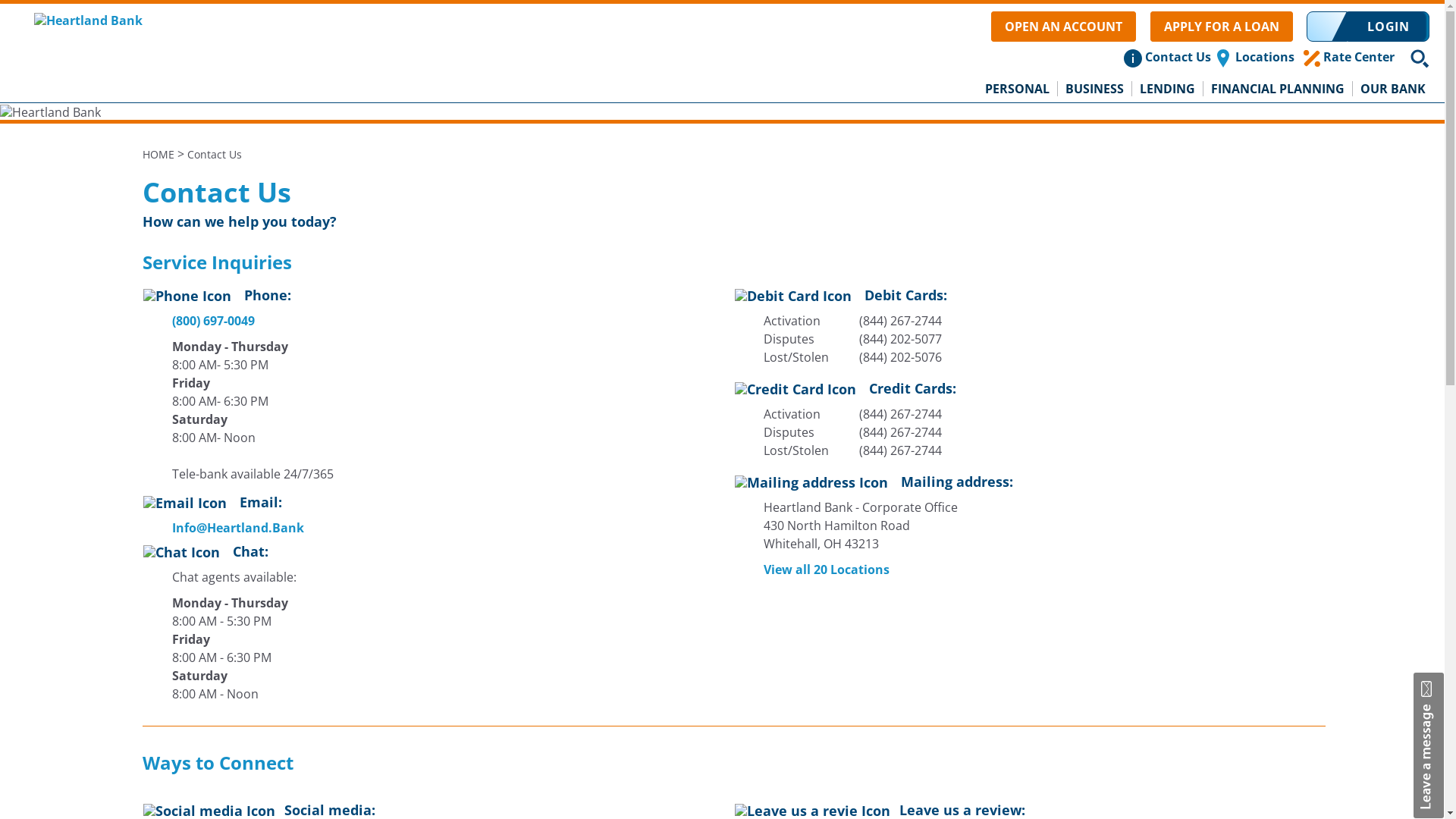 The width and height of the screenshot is (1456, 819). What do you see at coordinates (87, 18) in the screenshot?
I see `'Heartland Bank'` at bounding box center [87, 18].